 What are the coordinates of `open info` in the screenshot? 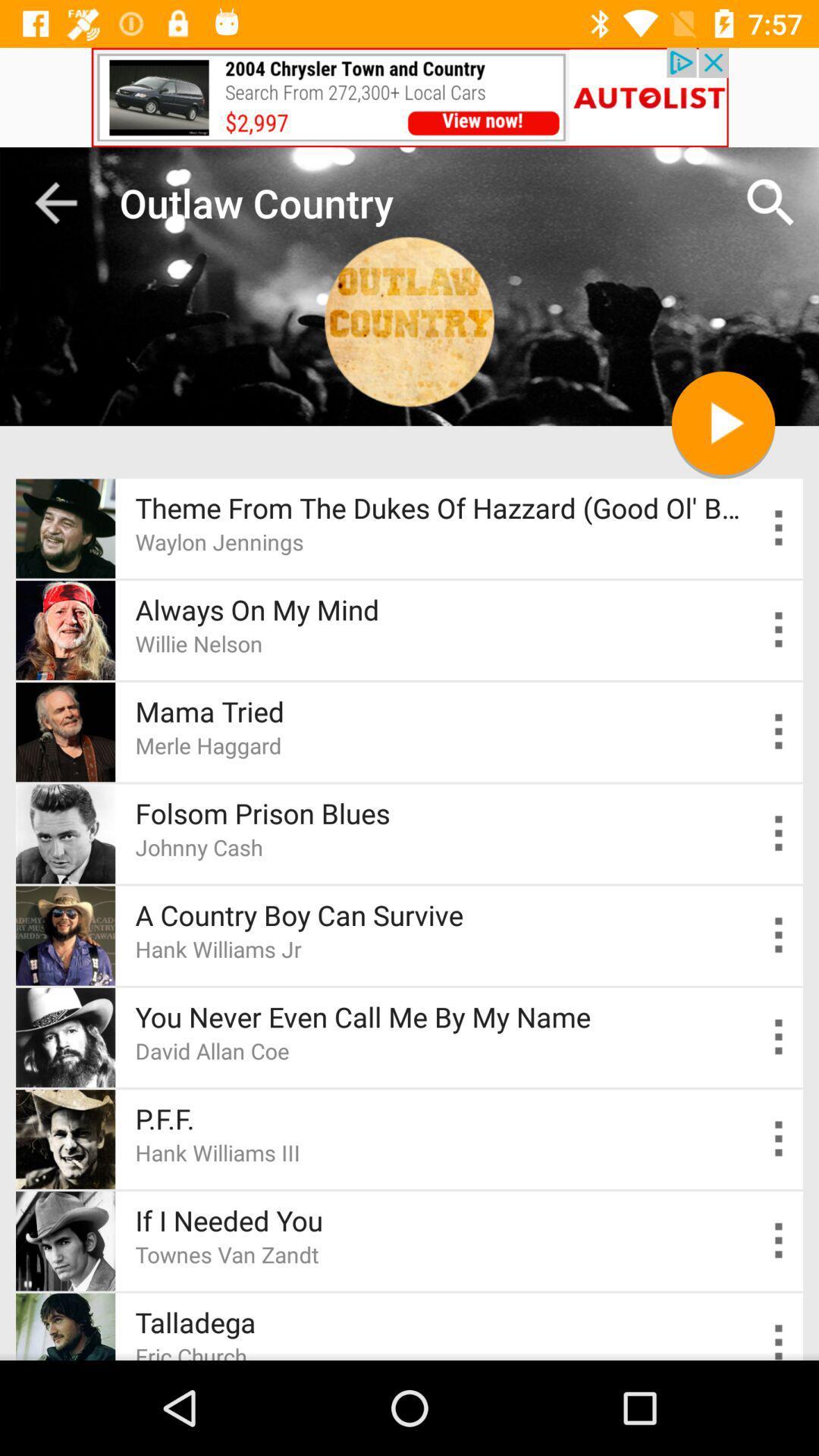 It's located at (779, 629).